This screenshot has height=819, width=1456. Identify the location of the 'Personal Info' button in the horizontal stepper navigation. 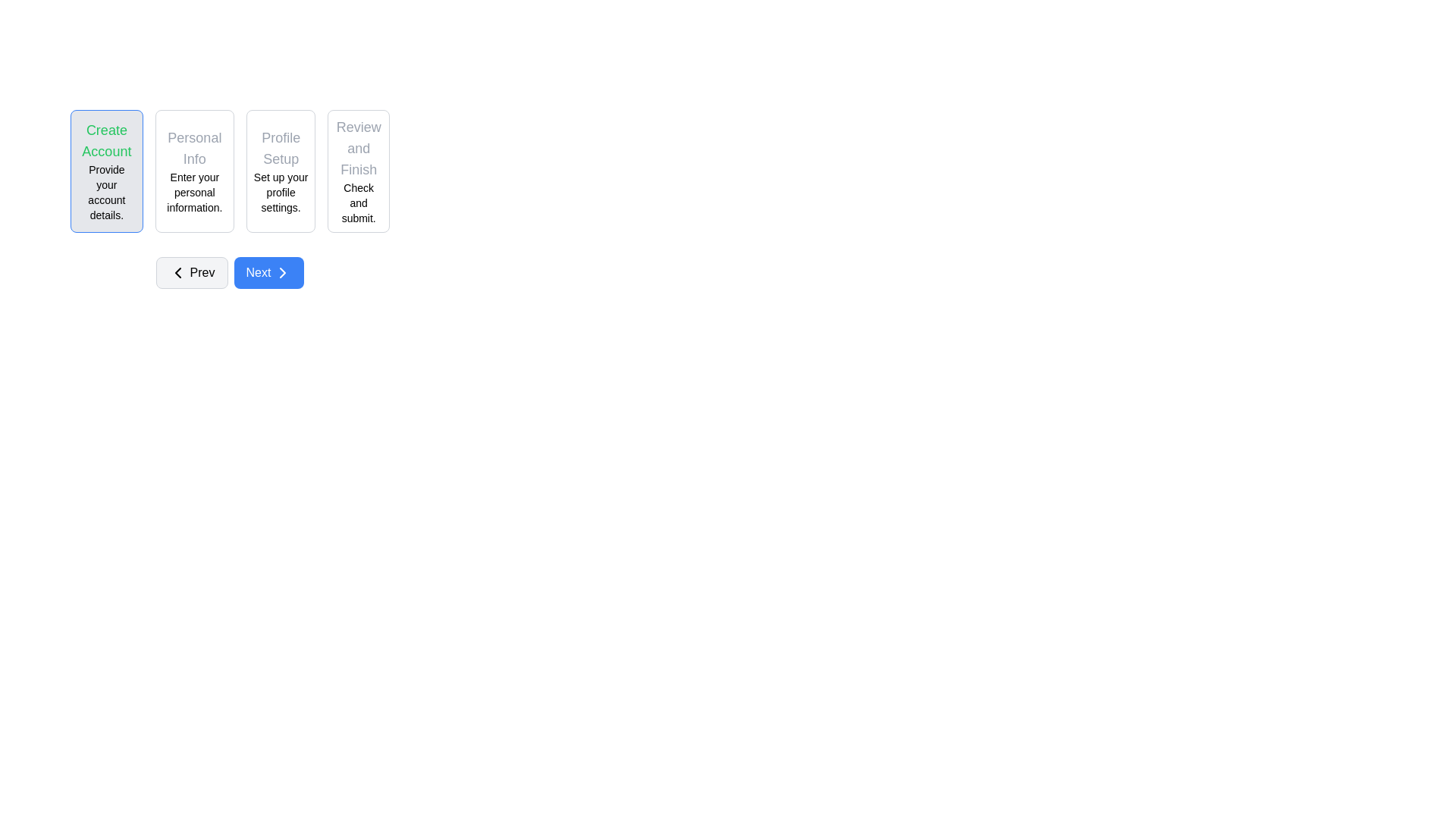
(193, 171).